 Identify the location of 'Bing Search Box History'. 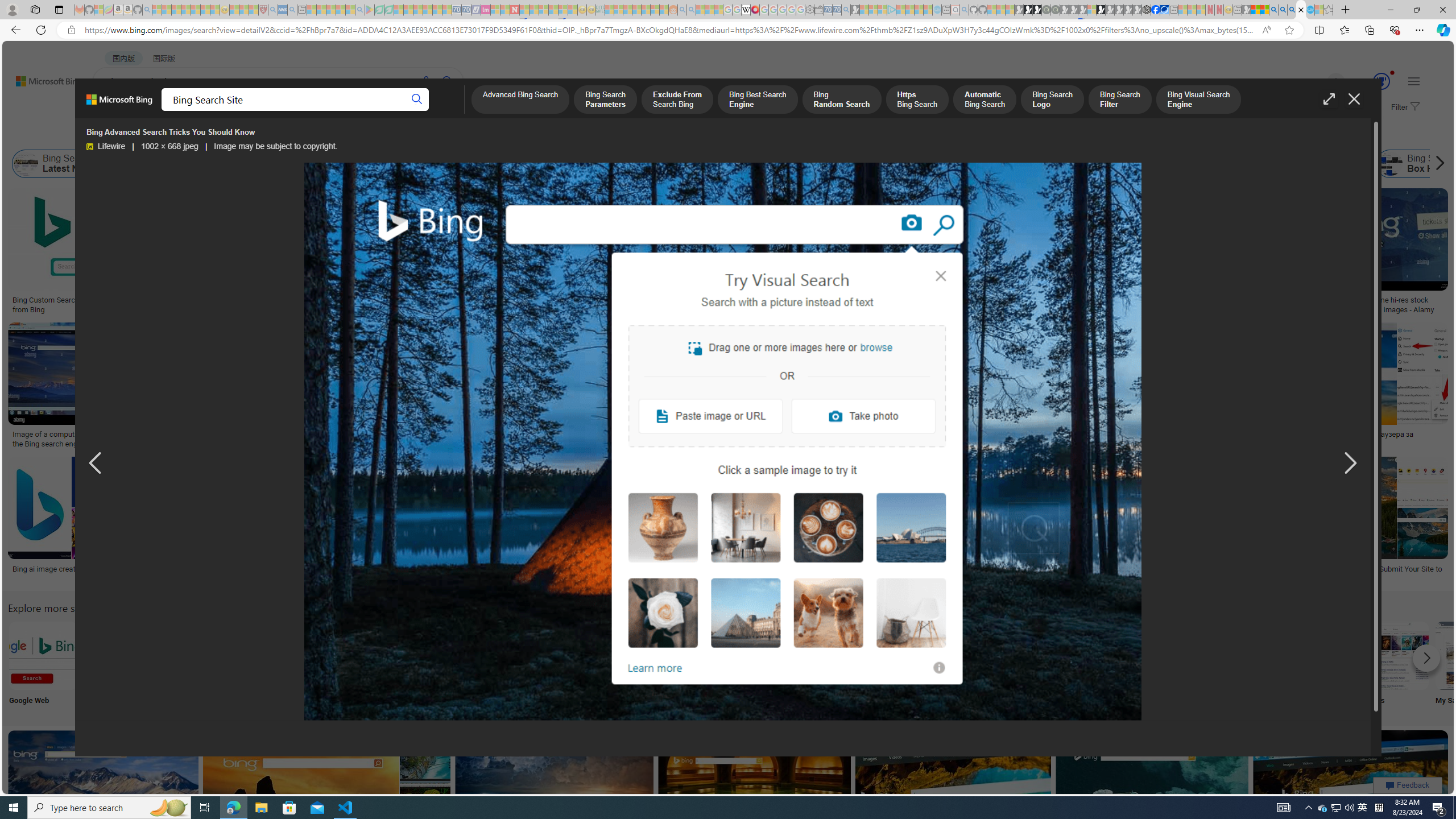
(1391, 163).